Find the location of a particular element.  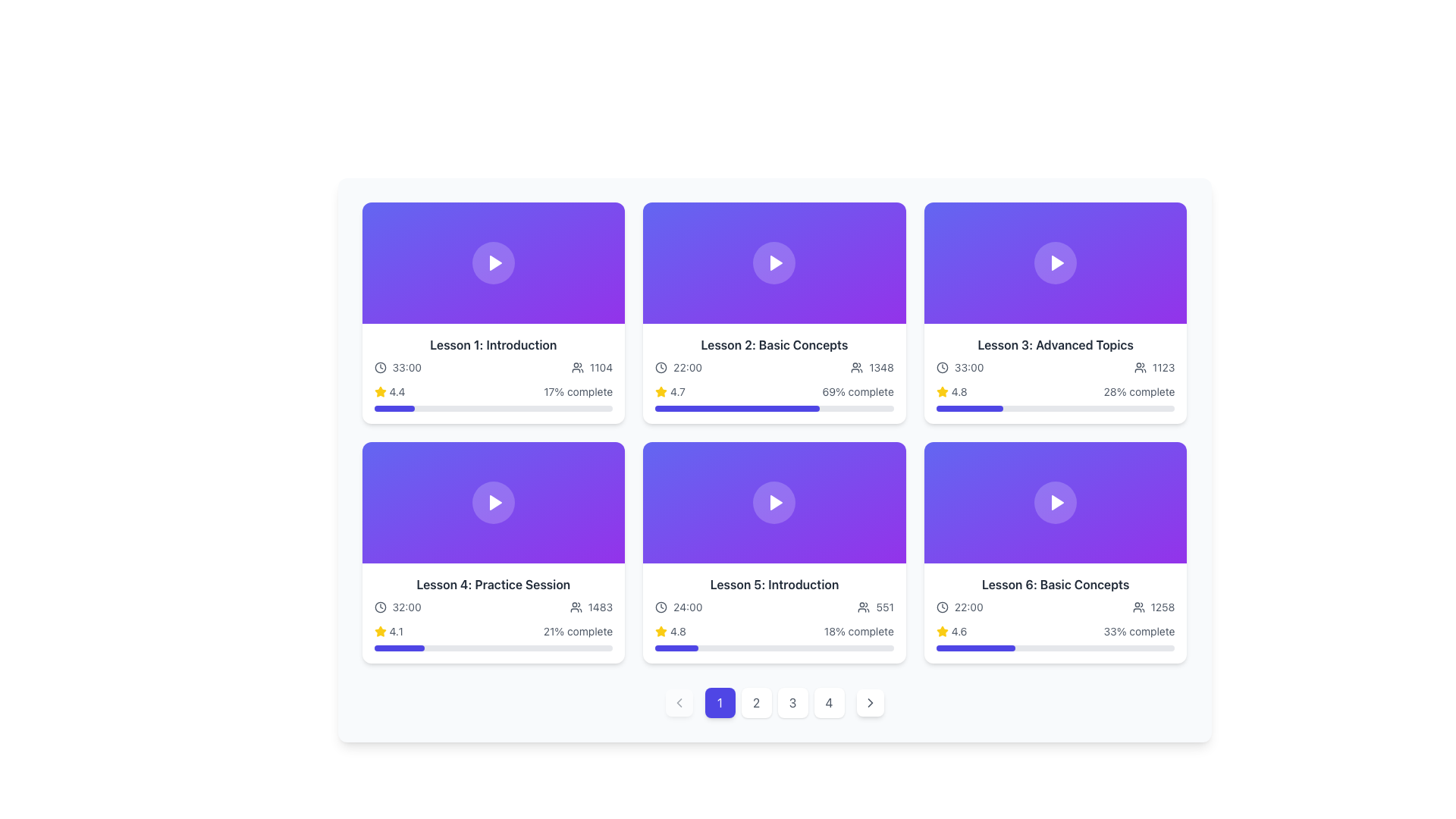

the time duration and participant count display element located in 'Lesson 5: Introduction' card, positioned in the second row, second column of the grid layout is located at coordinates (774, 607).